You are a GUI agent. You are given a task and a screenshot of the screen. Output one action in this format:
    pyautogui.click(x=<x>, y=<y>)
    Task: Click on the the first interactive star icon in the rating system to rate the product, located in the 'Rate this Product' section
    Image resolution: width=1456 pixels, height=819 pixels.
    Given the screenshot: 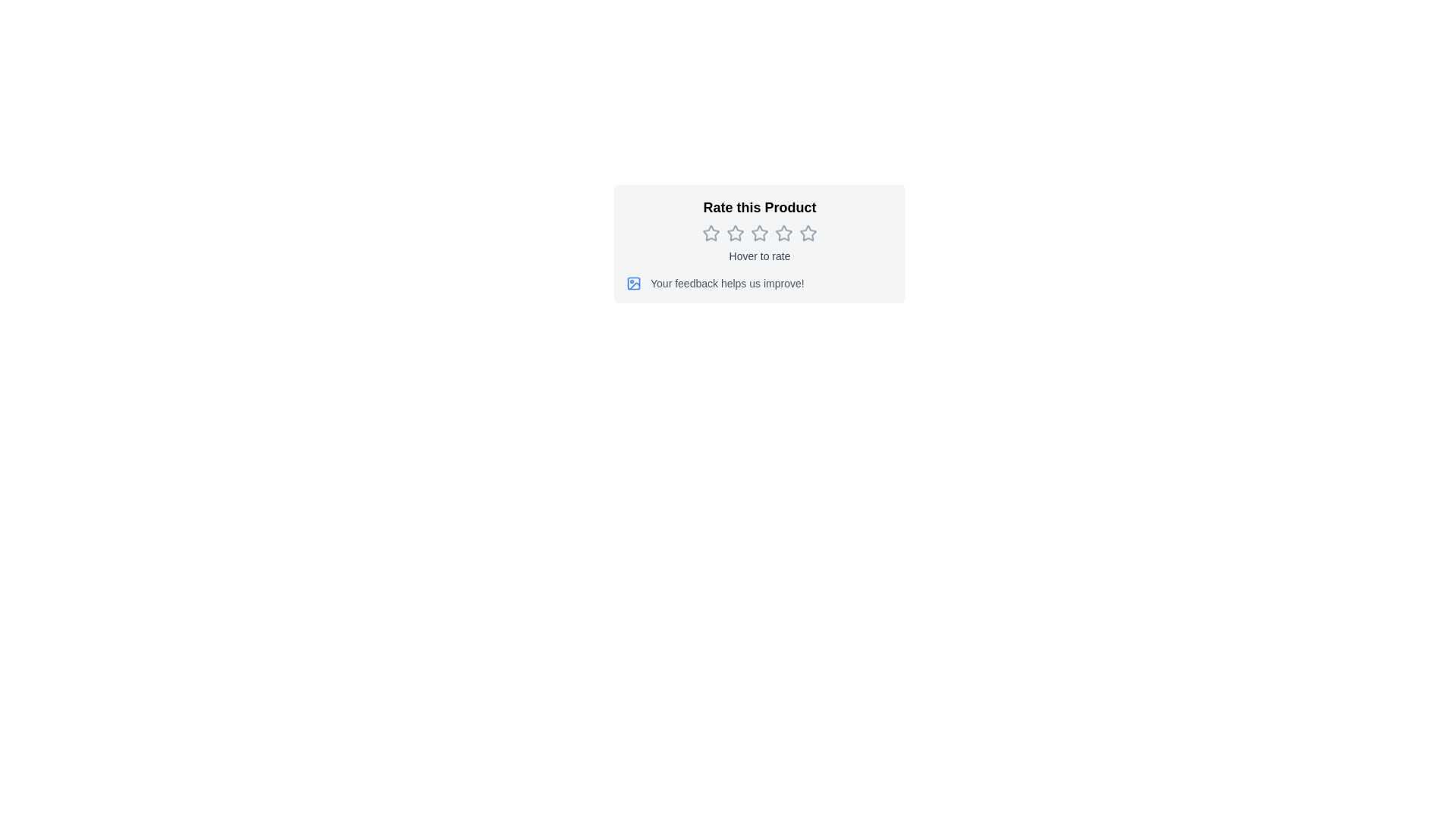 What is the action you would take?
    pyautogui.click(x=710, y=234)
    